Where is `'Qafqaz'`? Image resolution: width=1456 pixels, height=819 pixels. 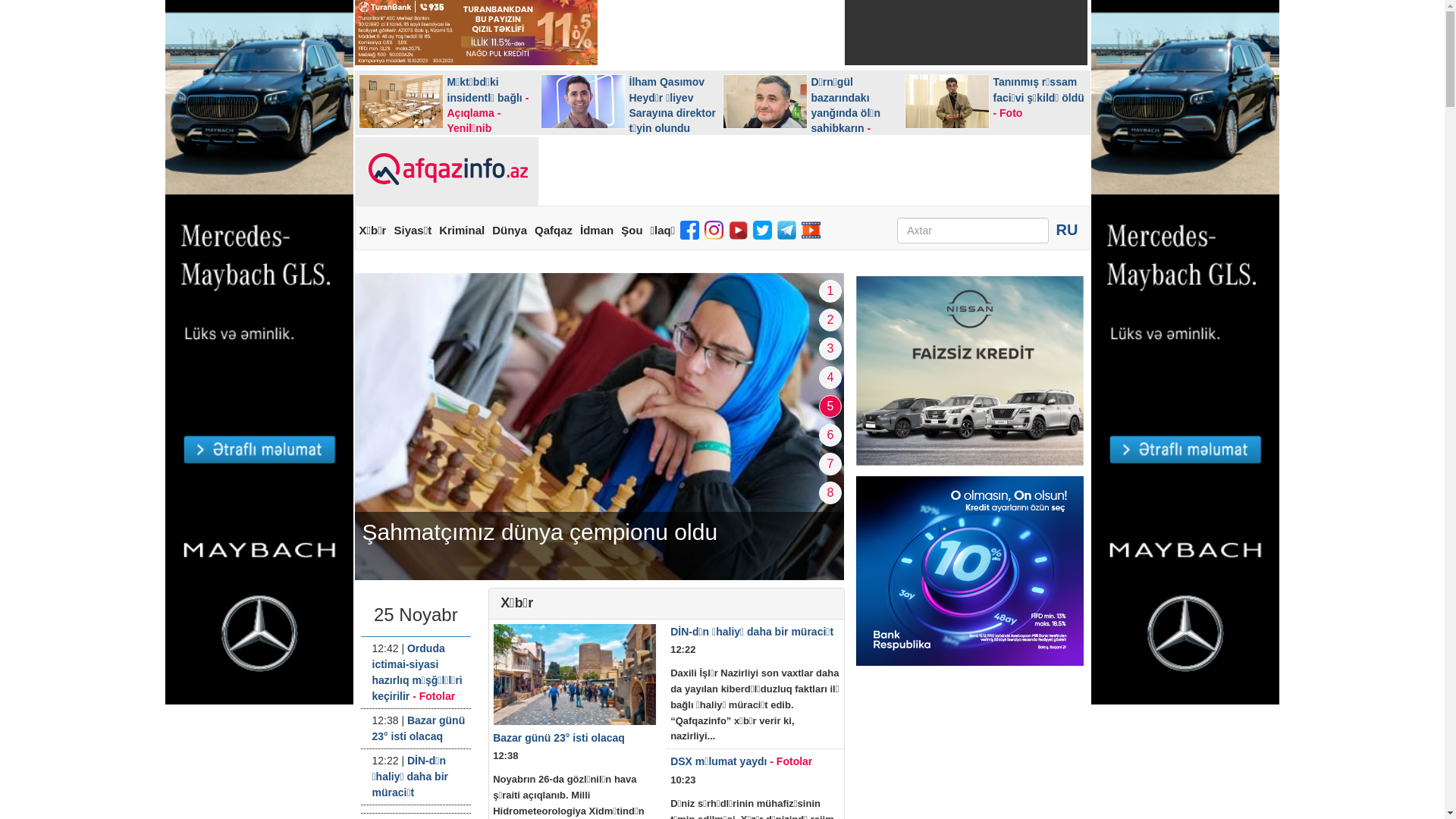
'Qafqaz' is located at coordinates (552, 231).